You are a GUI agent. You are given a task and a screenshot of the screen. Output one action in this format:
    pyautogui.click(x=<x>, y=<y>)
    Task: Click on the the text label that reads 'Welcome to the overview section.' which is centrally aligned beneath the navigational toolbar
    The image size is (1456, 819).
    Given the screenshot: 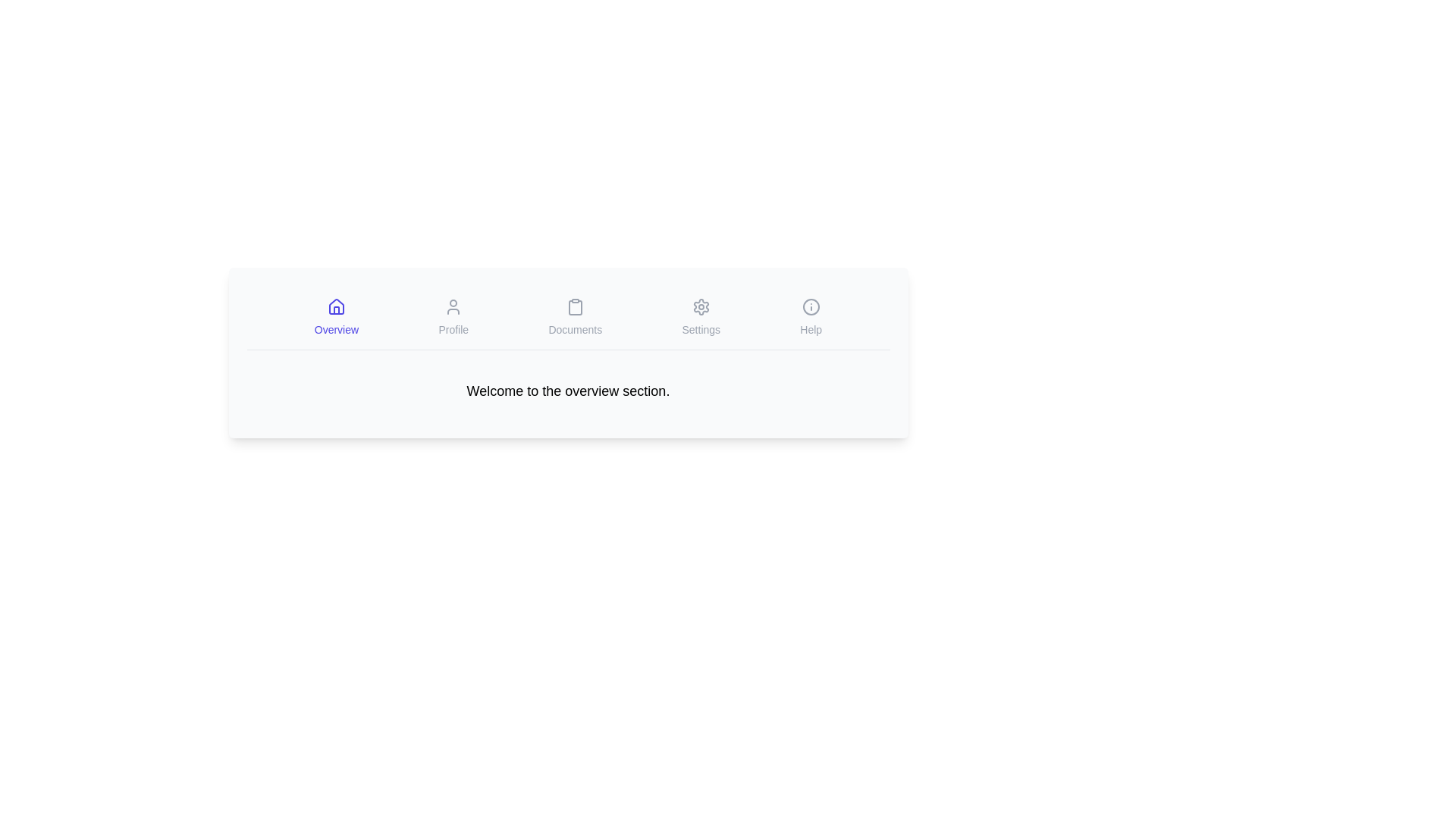 What is the action you would take?
    pyautogui.click(x=567, y=391)
    